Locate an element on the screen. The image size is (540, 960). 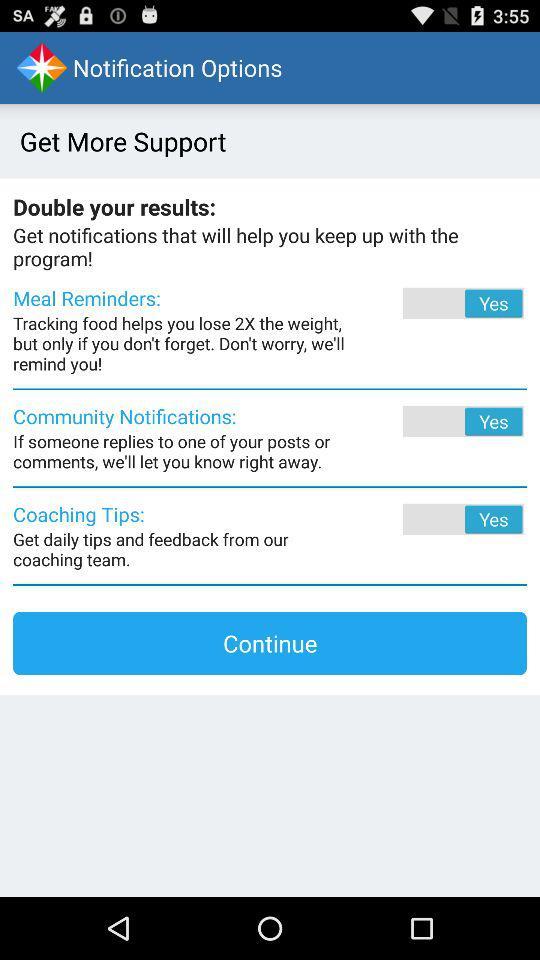
the app below get notifications that item is located at coordinates (435, 303).